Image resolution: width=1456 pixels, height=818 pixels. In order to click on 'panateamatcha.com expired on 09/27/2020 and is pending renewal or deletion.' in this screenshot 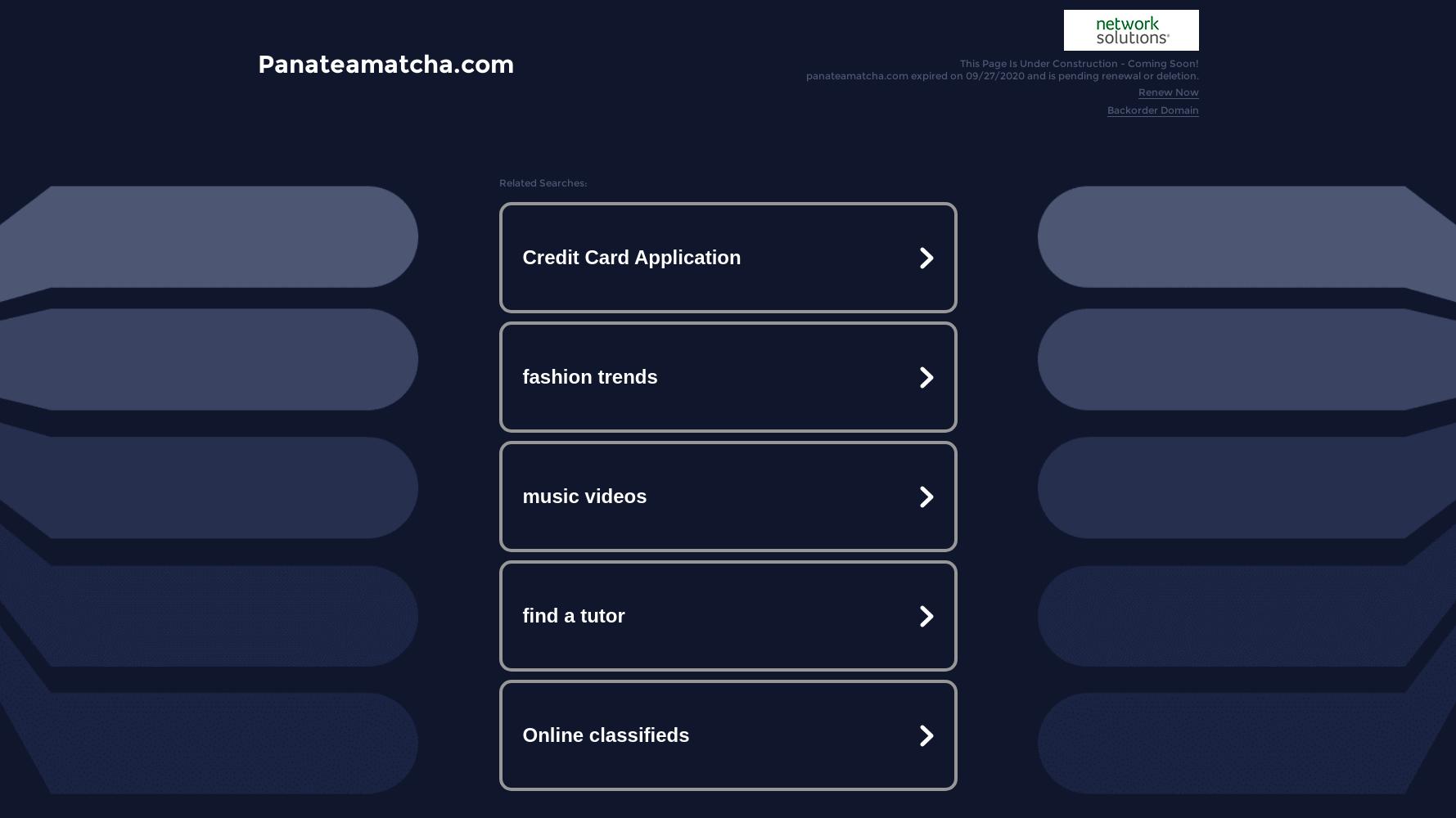, I will do `click(1000, 74)`.